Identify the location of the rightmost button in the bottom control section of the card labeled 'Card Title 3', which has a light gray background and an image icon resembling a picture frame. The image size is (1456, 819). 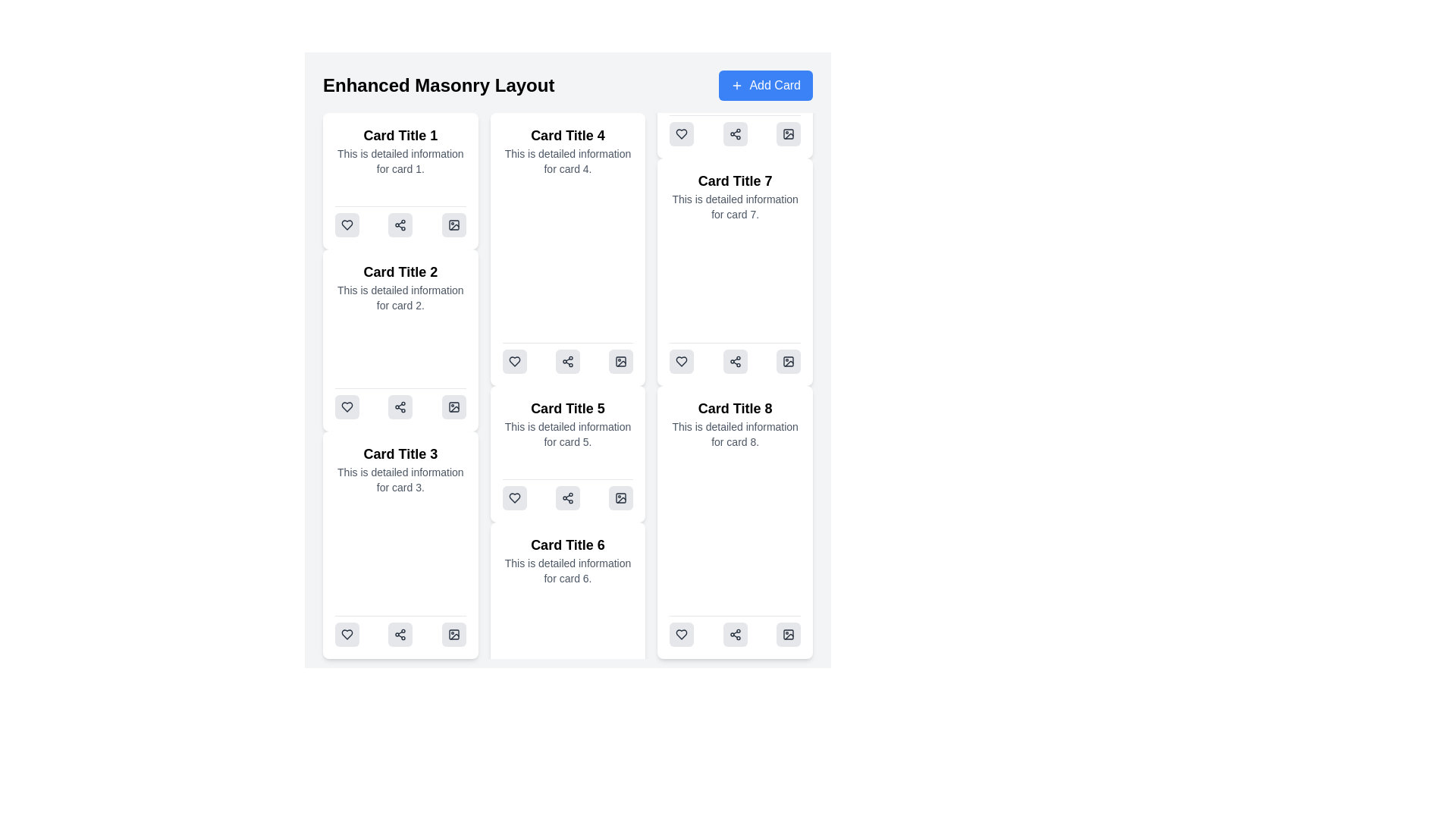
(453, 635).